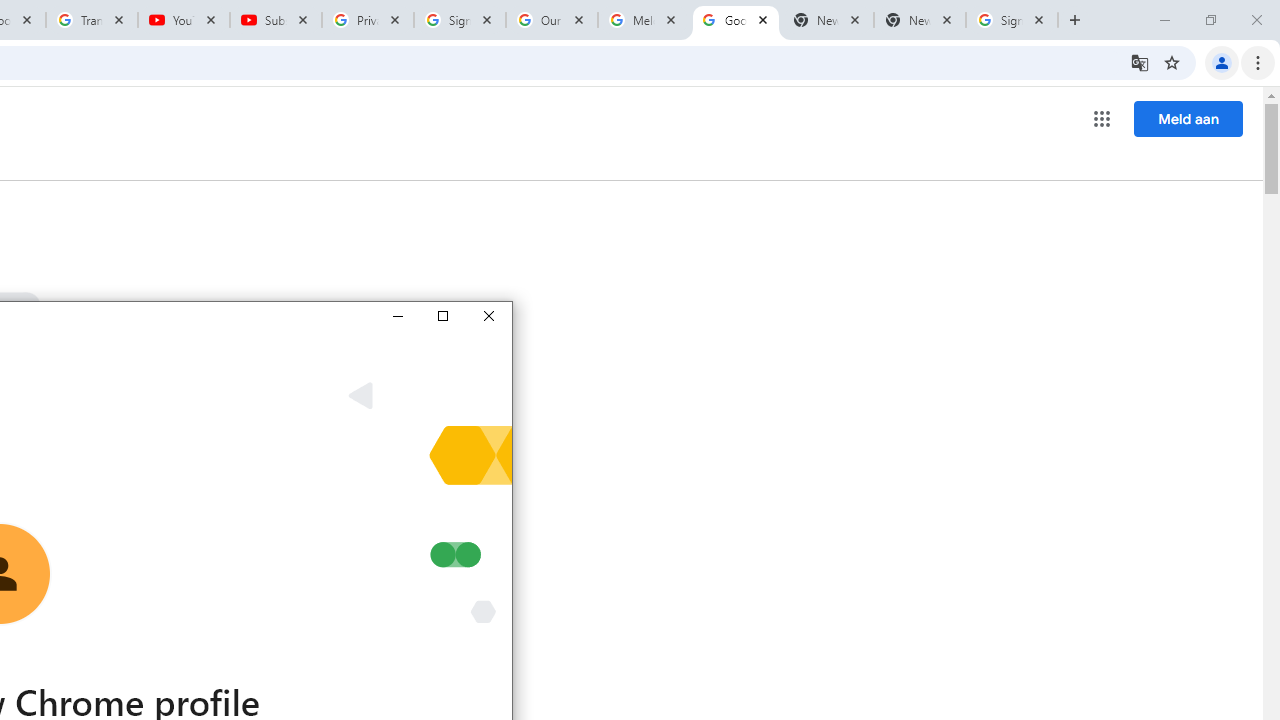 Image resolution: width=1280 pixels, height=720 pixels. What do you see at coordinates (1188, 118) in the screenshot?
I see `'Meld aan'` at bounding box center [1188, 118].